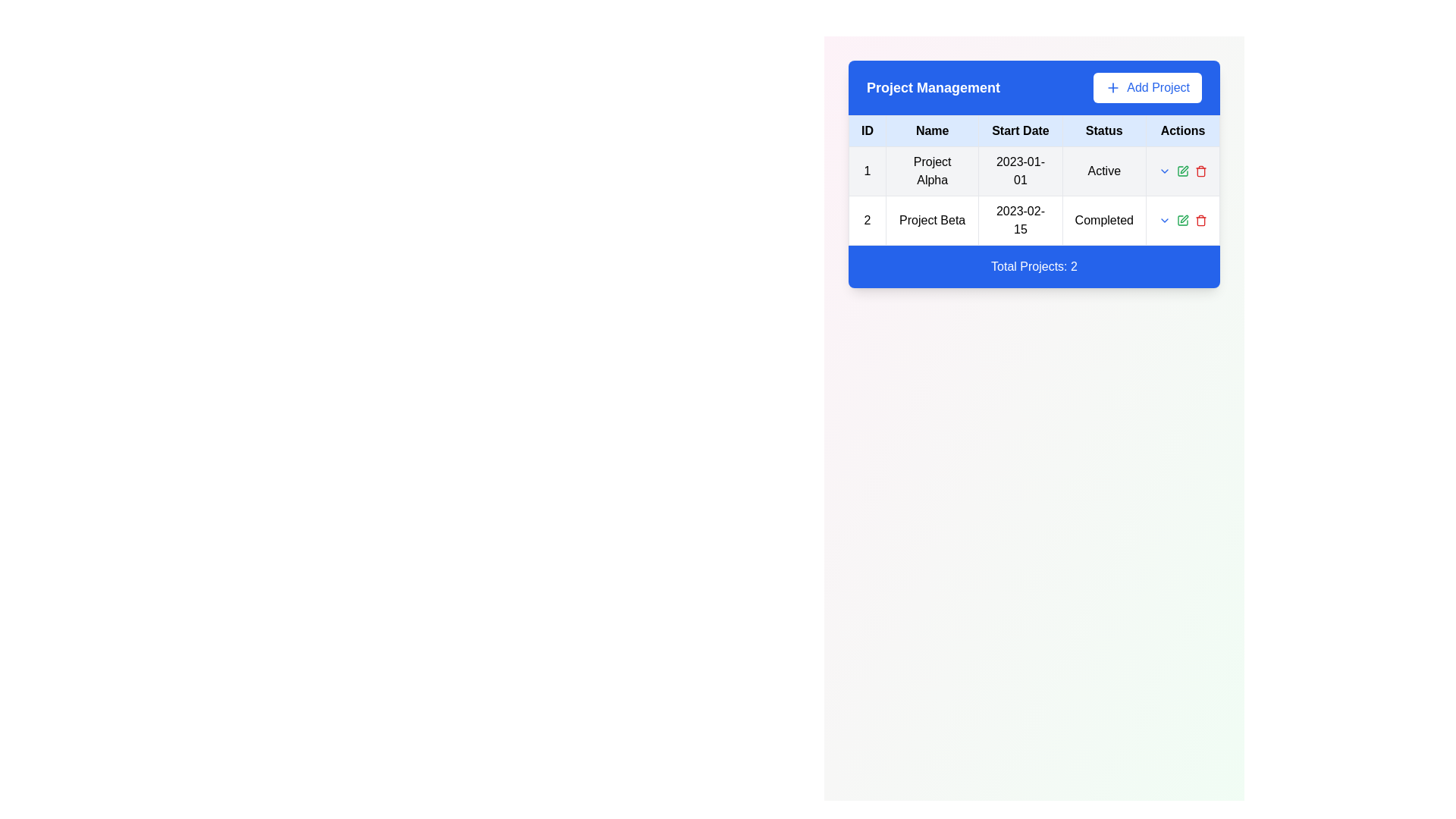 The height and width of the screenshot is (819, 1456). What do you see at coordinates (867, 171) in the screenshot?
I see `the text label displaying the number '1' in the first cell of the first row under the 'ID' column of the table` at bounding box center [867, 171].